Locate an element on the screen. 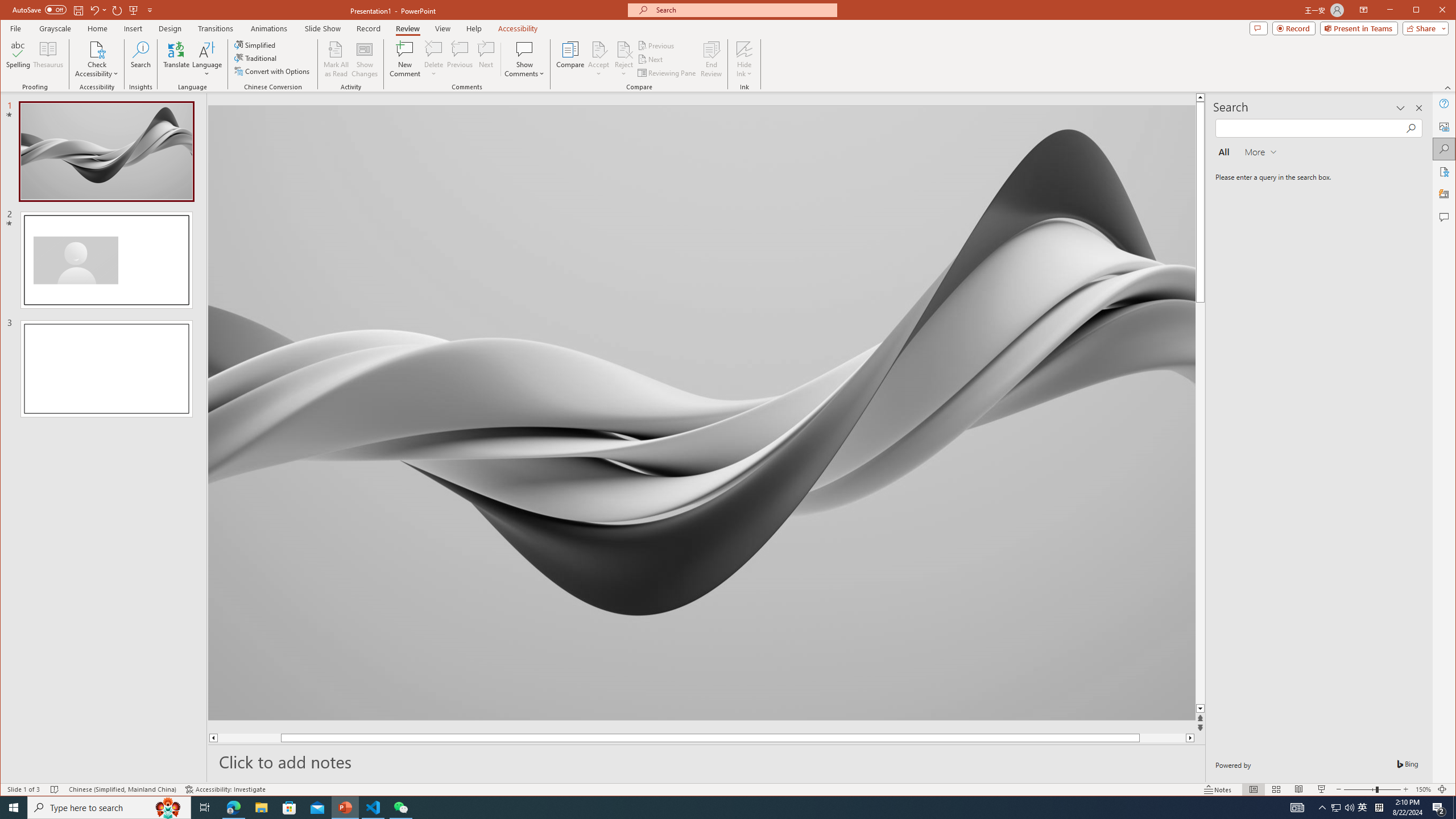  'Wavy 3D art' is located at coordinates (701, 412).